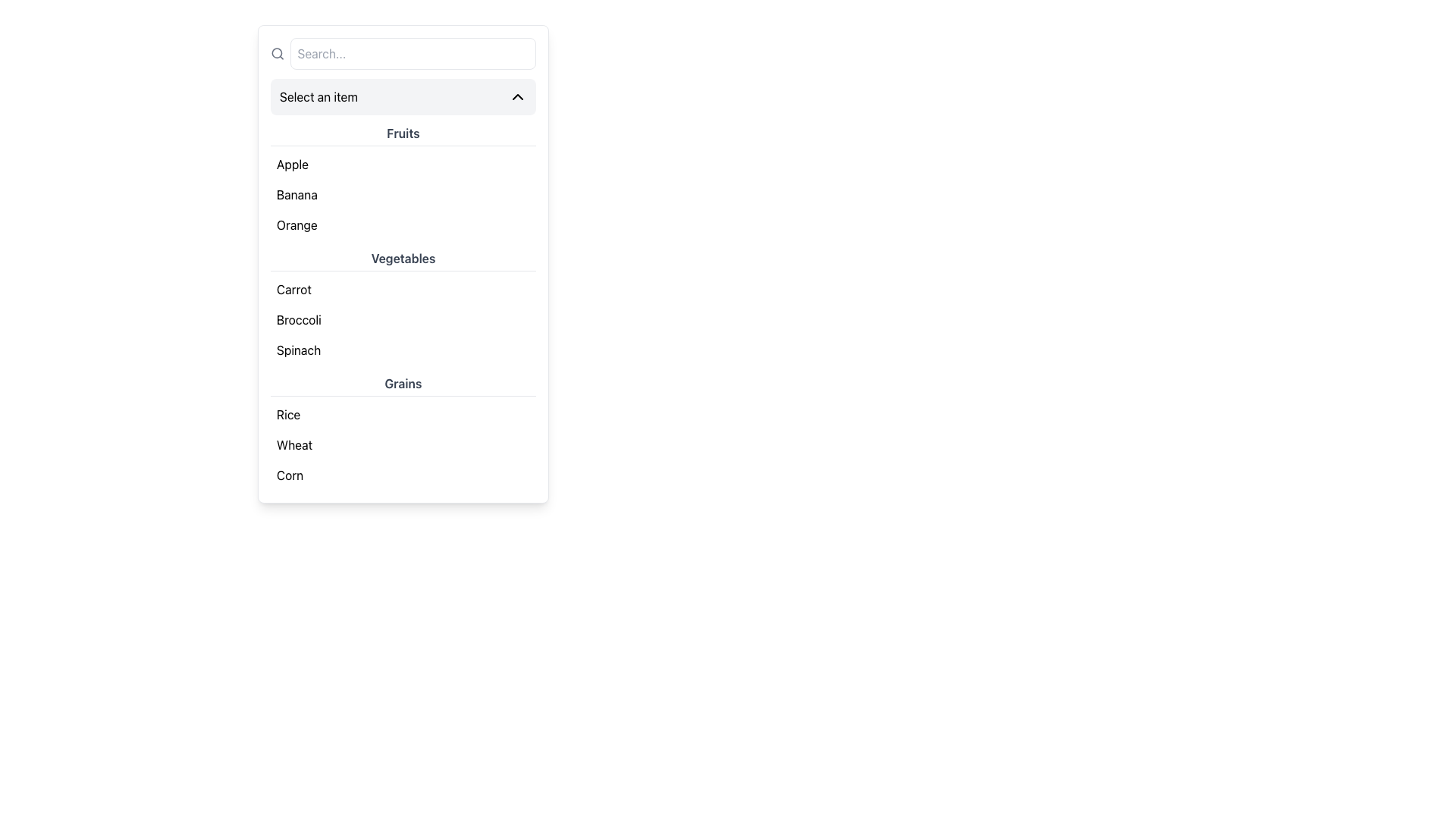 The image size is (1456, 819). What do you see at coordinates (403, 225) in the screenshot?
I see `the third item in the list labeled 'Orange'` at bounding box center [403, 225].